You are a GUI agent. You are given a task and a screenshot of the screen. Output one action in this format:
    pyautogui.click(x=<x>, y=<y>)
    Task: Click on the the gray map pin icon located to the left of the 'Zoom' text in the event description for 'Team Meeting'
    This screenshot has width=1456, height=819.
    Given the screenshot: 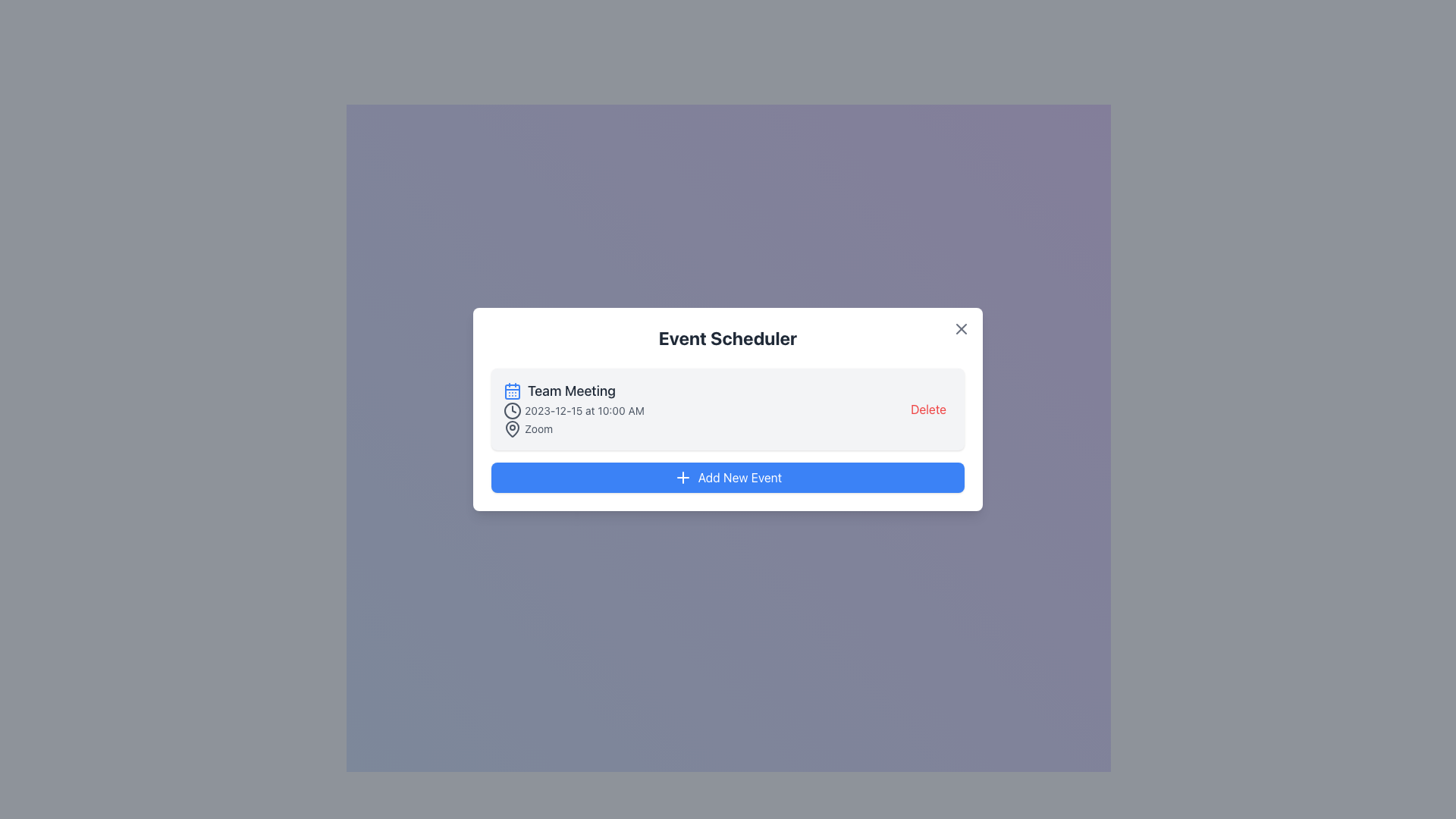 What is the action you would take?
    pyautogui.click(x=513, y=429)
    